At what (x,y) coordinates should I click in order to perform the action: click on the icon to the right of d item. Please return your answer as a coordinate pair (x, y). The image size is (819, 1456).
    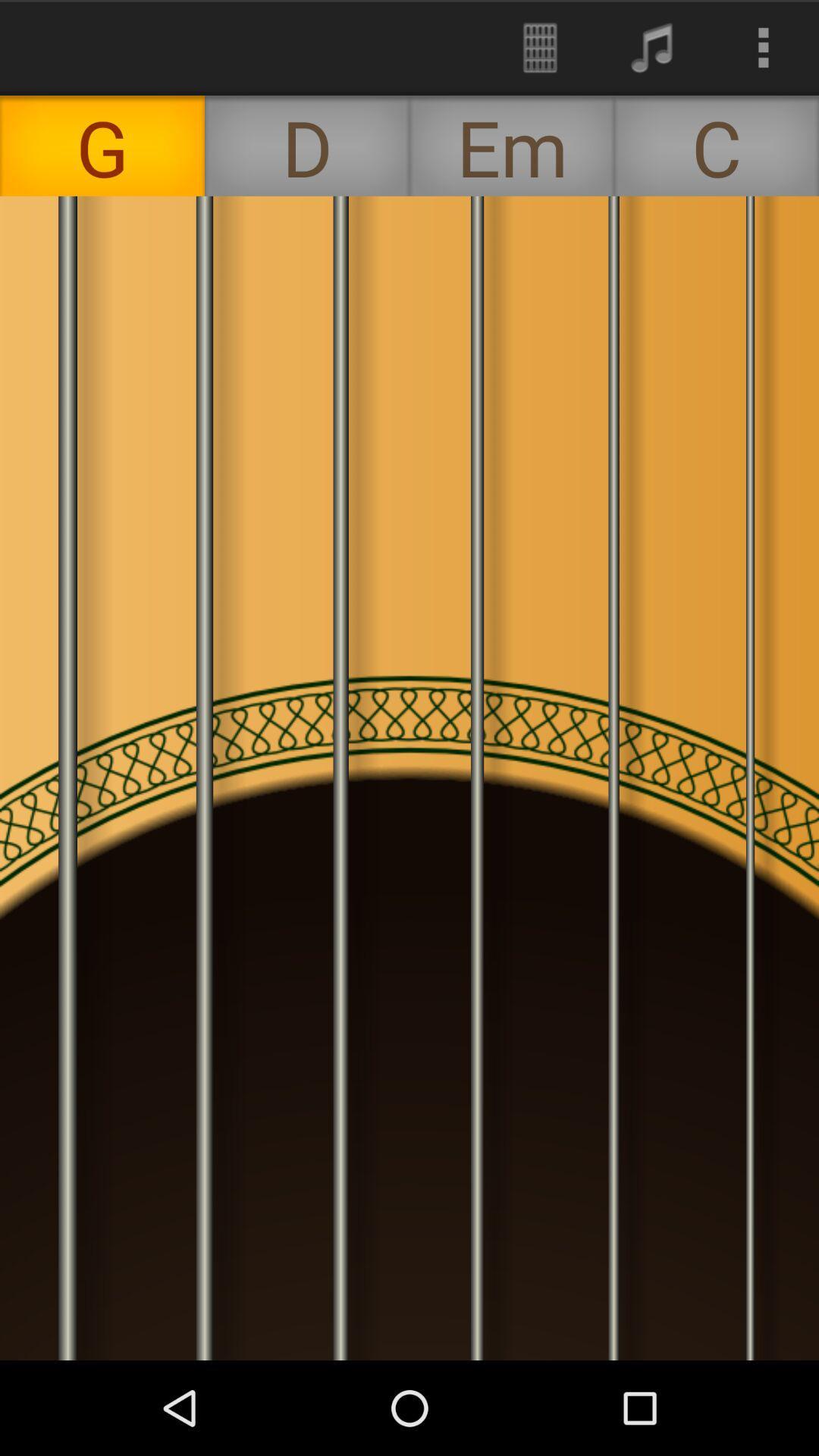
    Looking at the image, I should click on (539, 47).